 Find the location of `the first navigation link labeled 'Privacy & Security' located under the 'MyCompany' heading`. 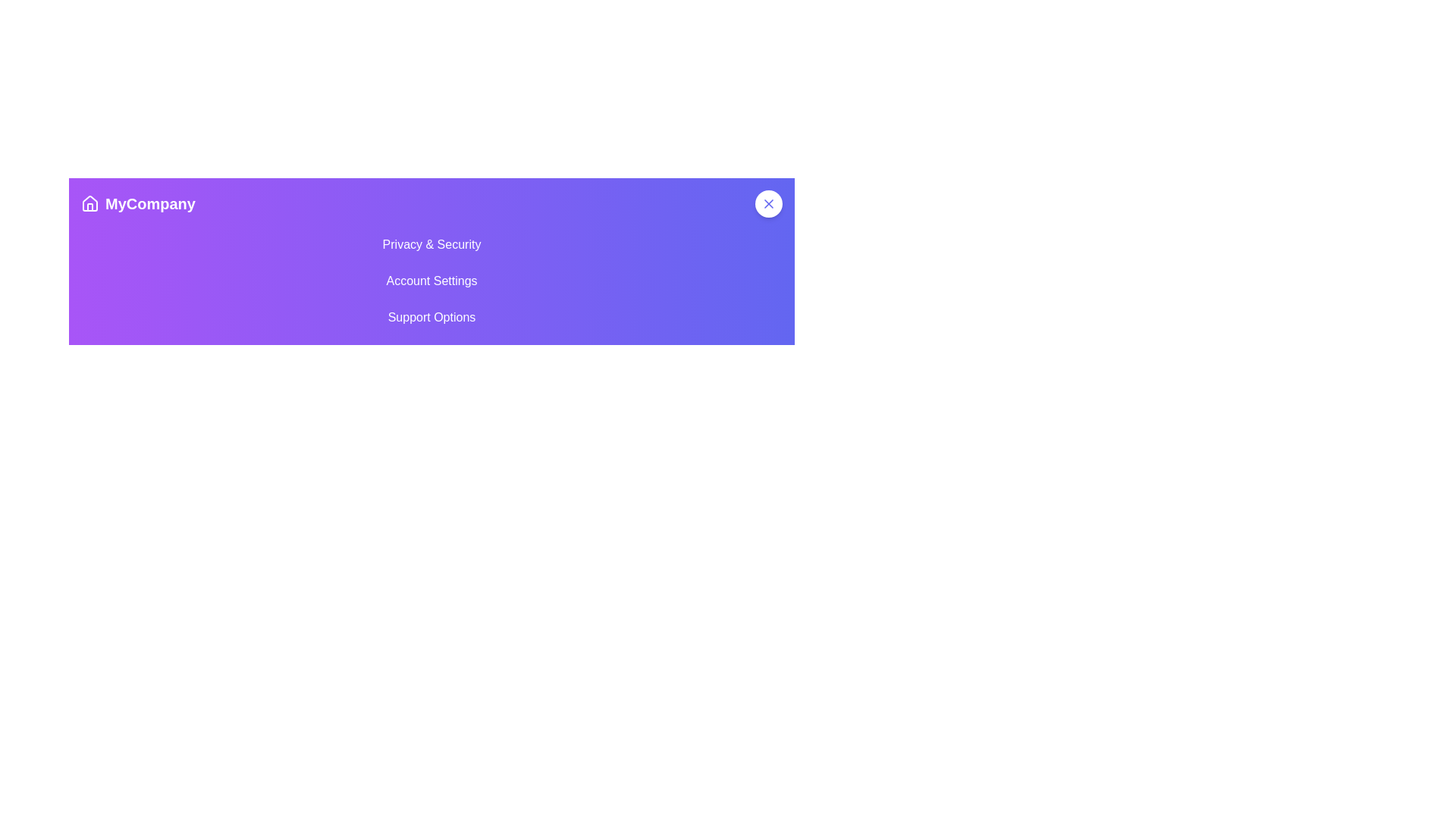

the first navigation link labeled 'Privacy & Security' located under the 'MyCompany' heading is located at coordinates (431, 244).